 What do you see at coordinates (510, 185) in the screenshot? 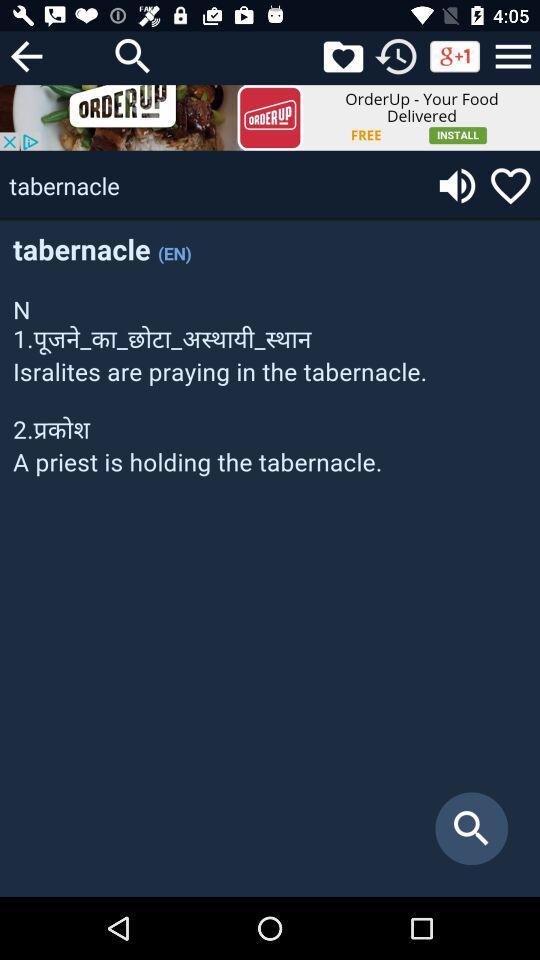
I see `the favorite icon` at bounding box center [510, 185].